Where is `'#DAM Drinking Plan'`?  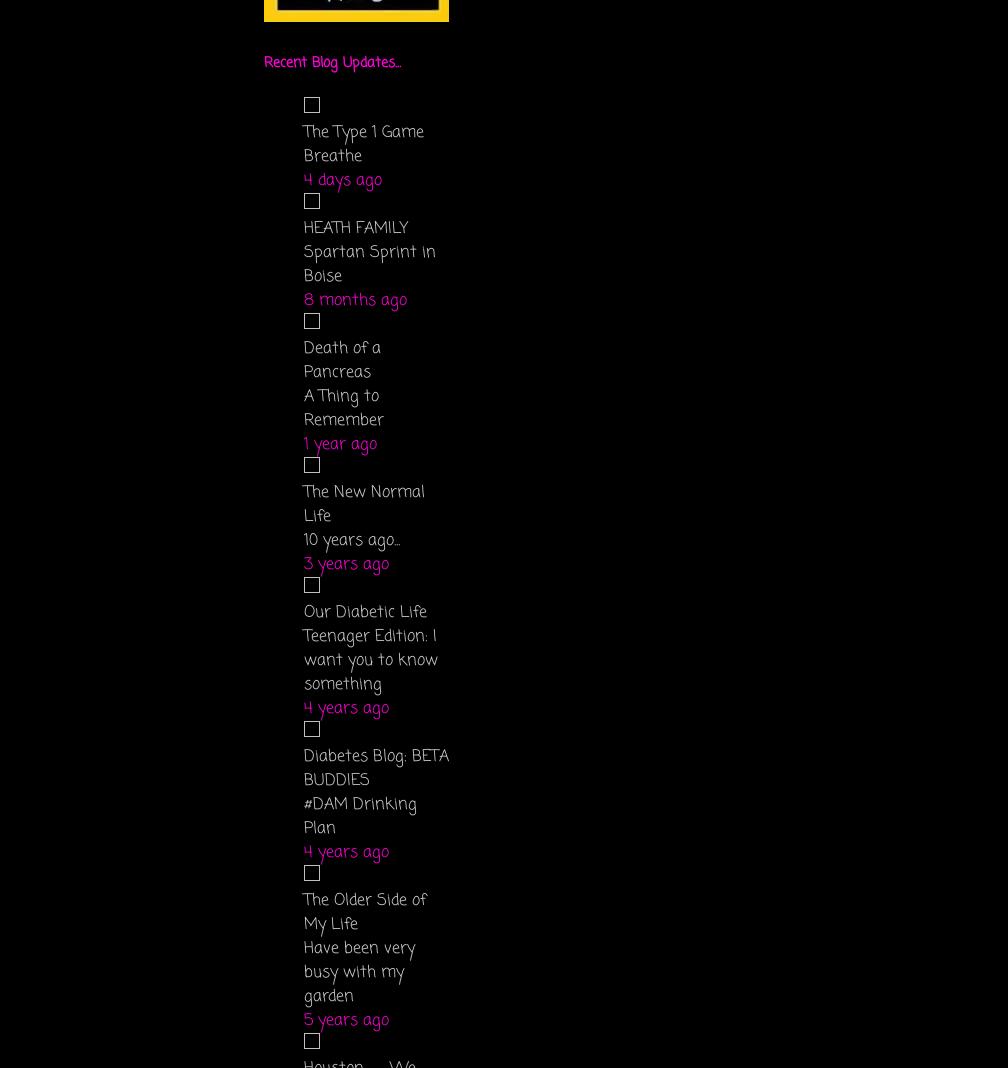
'#DAM Drinking Plan' is located at coordinates (360, 816).